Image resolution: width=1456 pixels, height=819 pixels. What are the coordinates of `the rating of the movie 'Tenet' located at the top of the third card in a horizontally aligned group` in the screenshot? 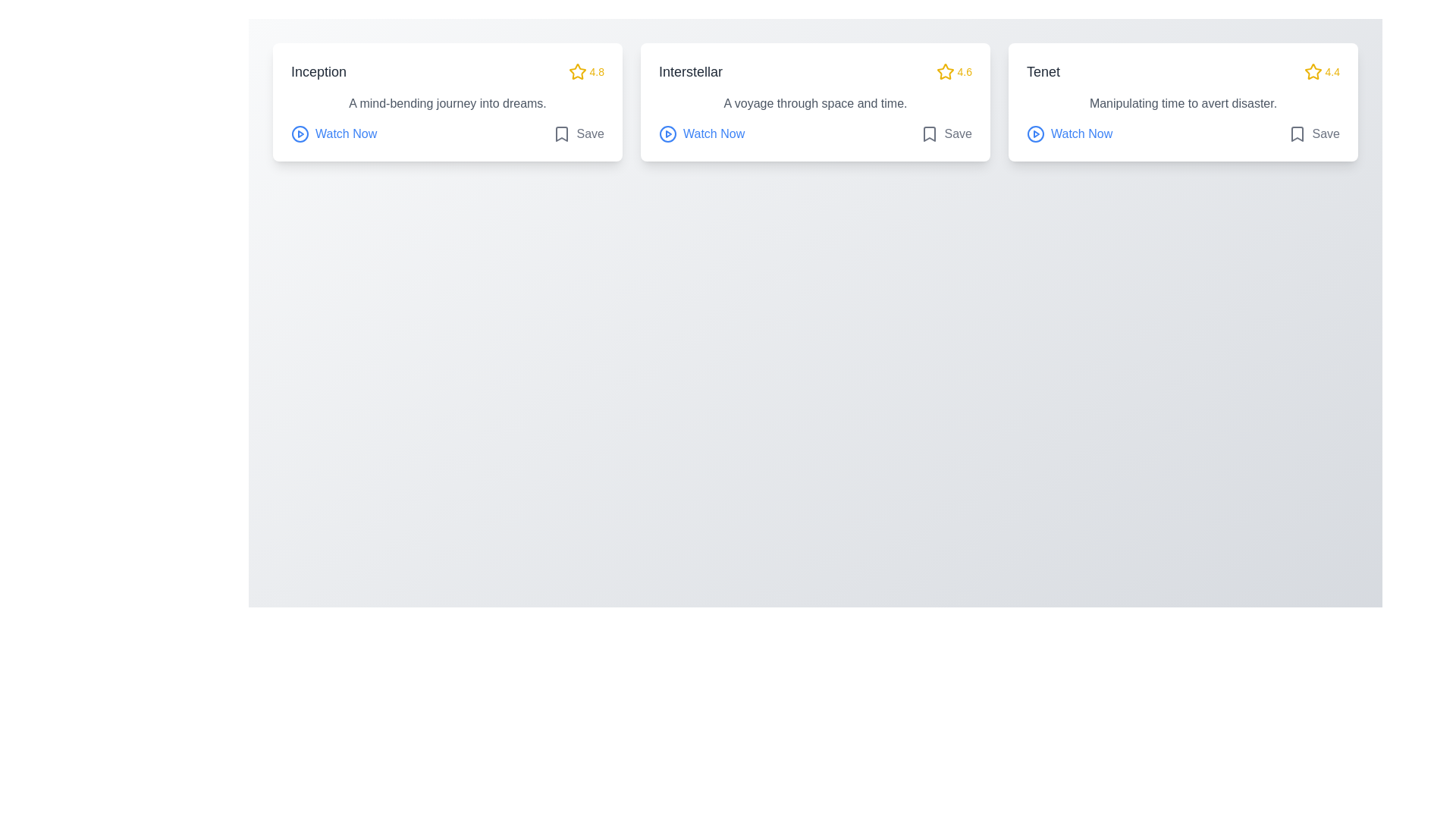 It's located at (1182, 72).